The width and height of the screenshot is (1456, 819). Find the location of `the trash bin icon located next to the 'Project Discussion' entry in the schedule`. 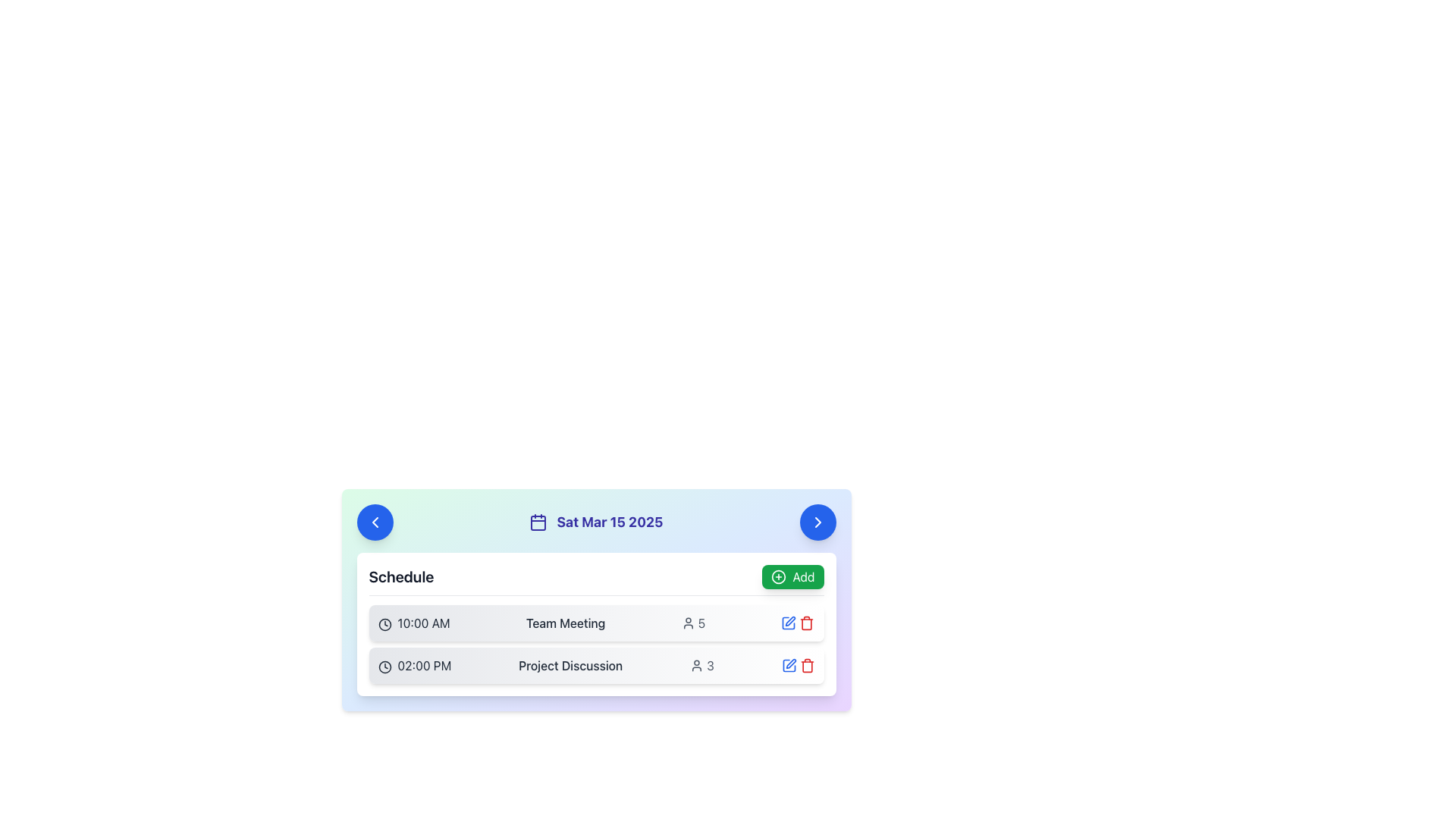

the trash bin icon located next to the 'Project Discussion' entry in the schedule is located at coordinates (806, 624).